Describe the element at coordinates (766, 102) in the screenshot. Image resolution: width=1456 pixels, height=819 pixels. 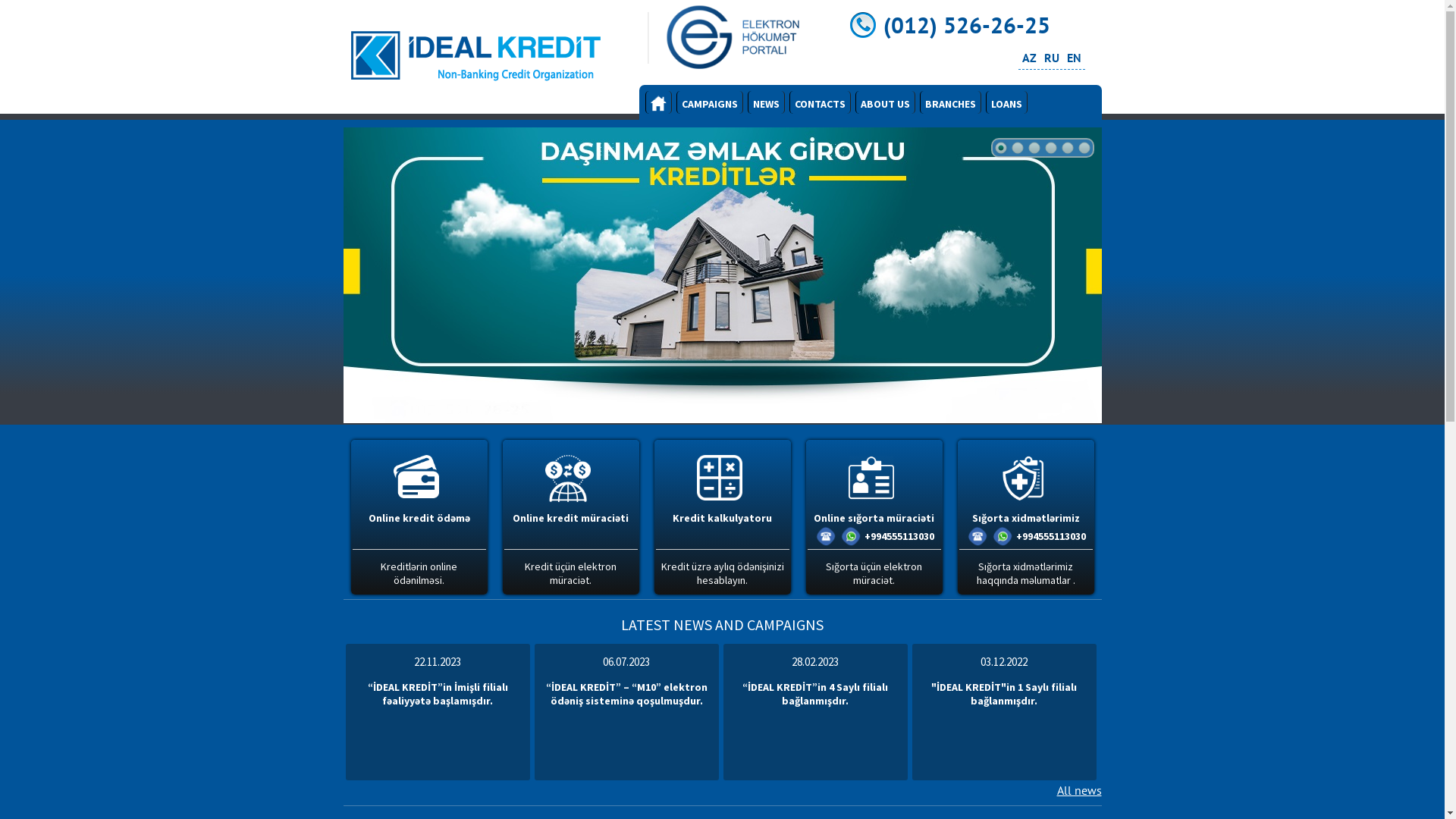
I see `'NEWS'` at that location.